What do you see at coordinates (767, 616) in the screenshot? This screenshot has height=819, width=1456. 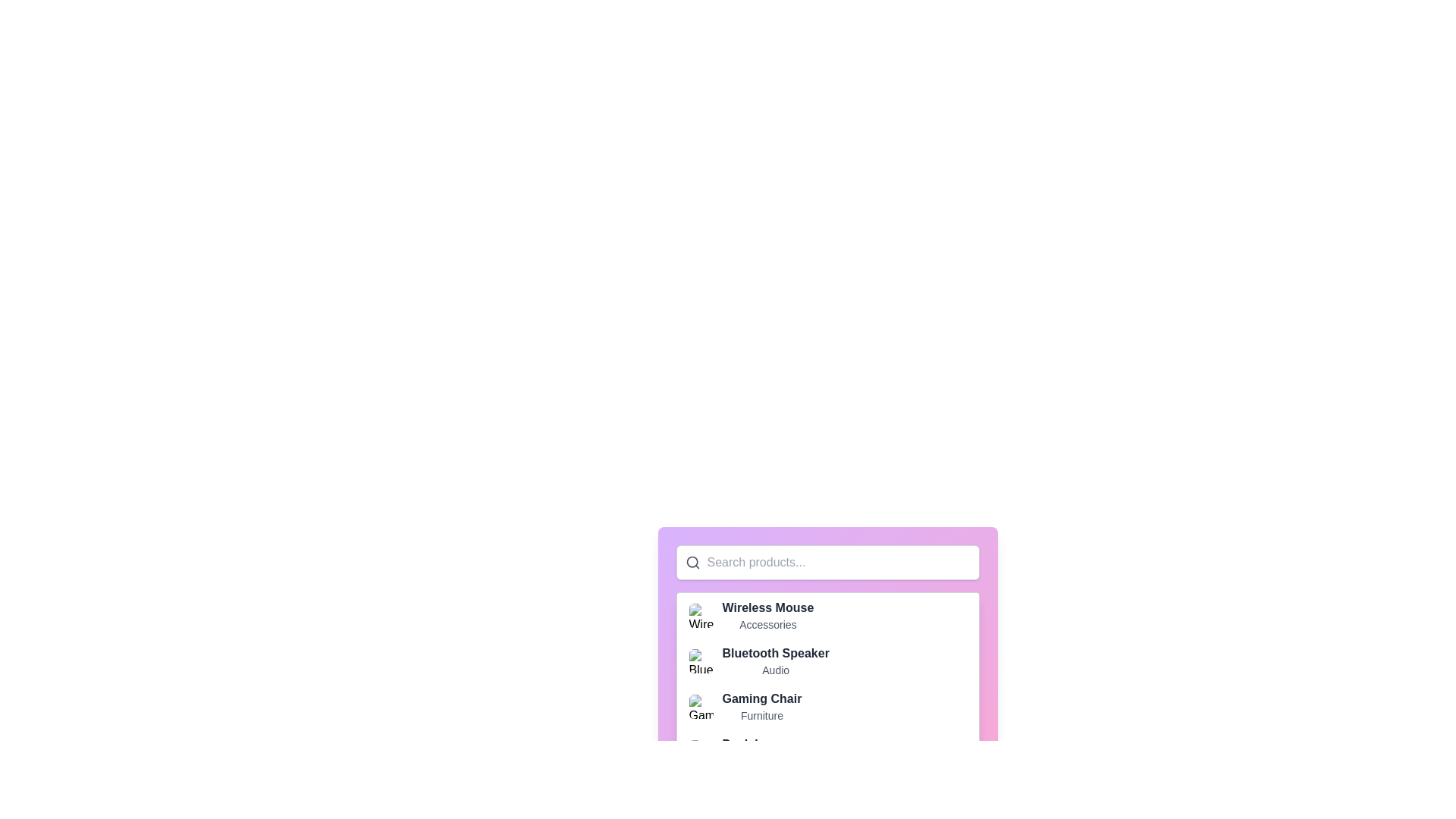 I see `the Text label titled 'Wireless Mouse' with the category 'Accessories'` at bounding box center [767, 616].